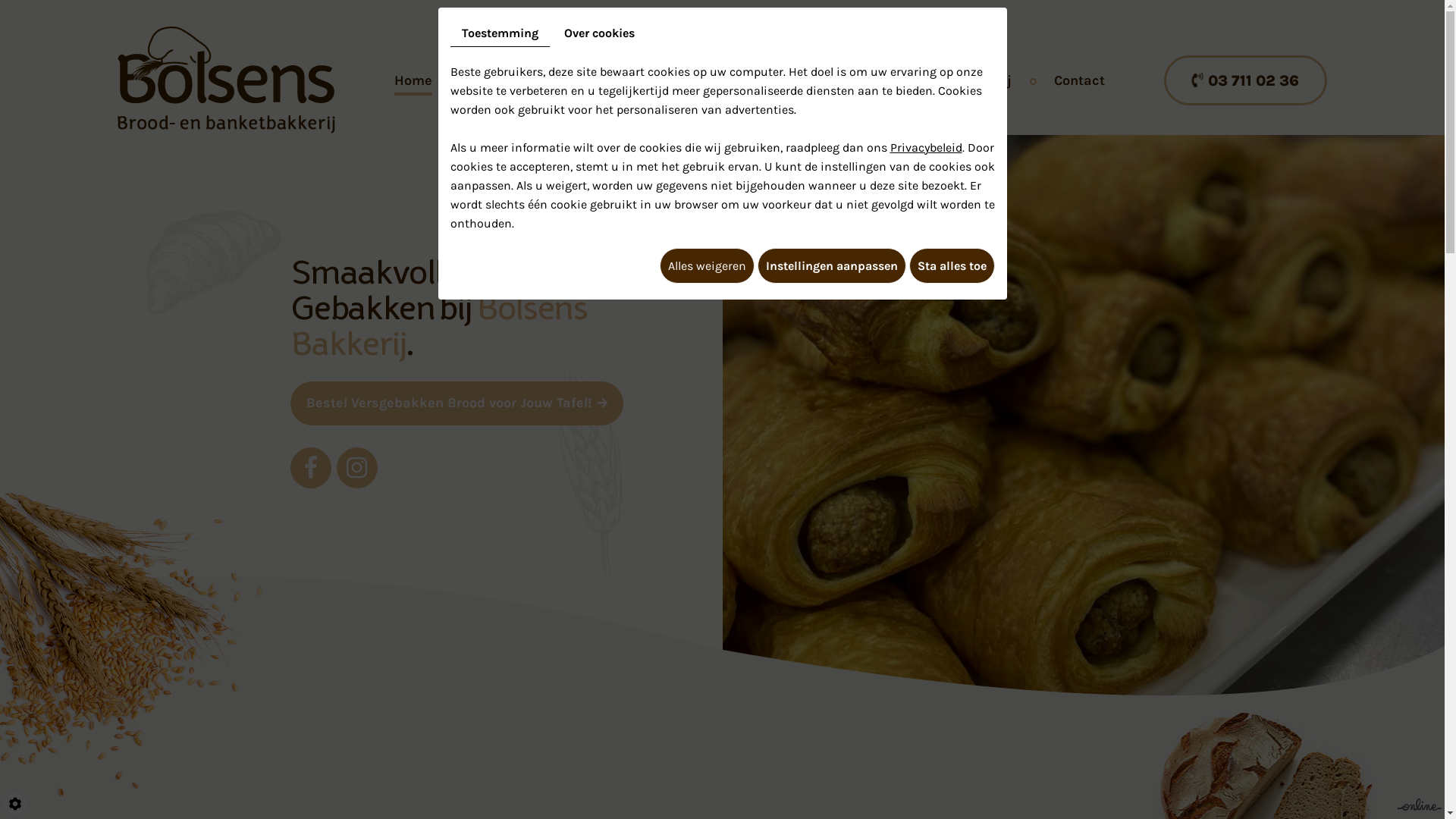  Describe the element at coordinates (500, 33) in the screenshot. I see `'Toestemming'` at that location.